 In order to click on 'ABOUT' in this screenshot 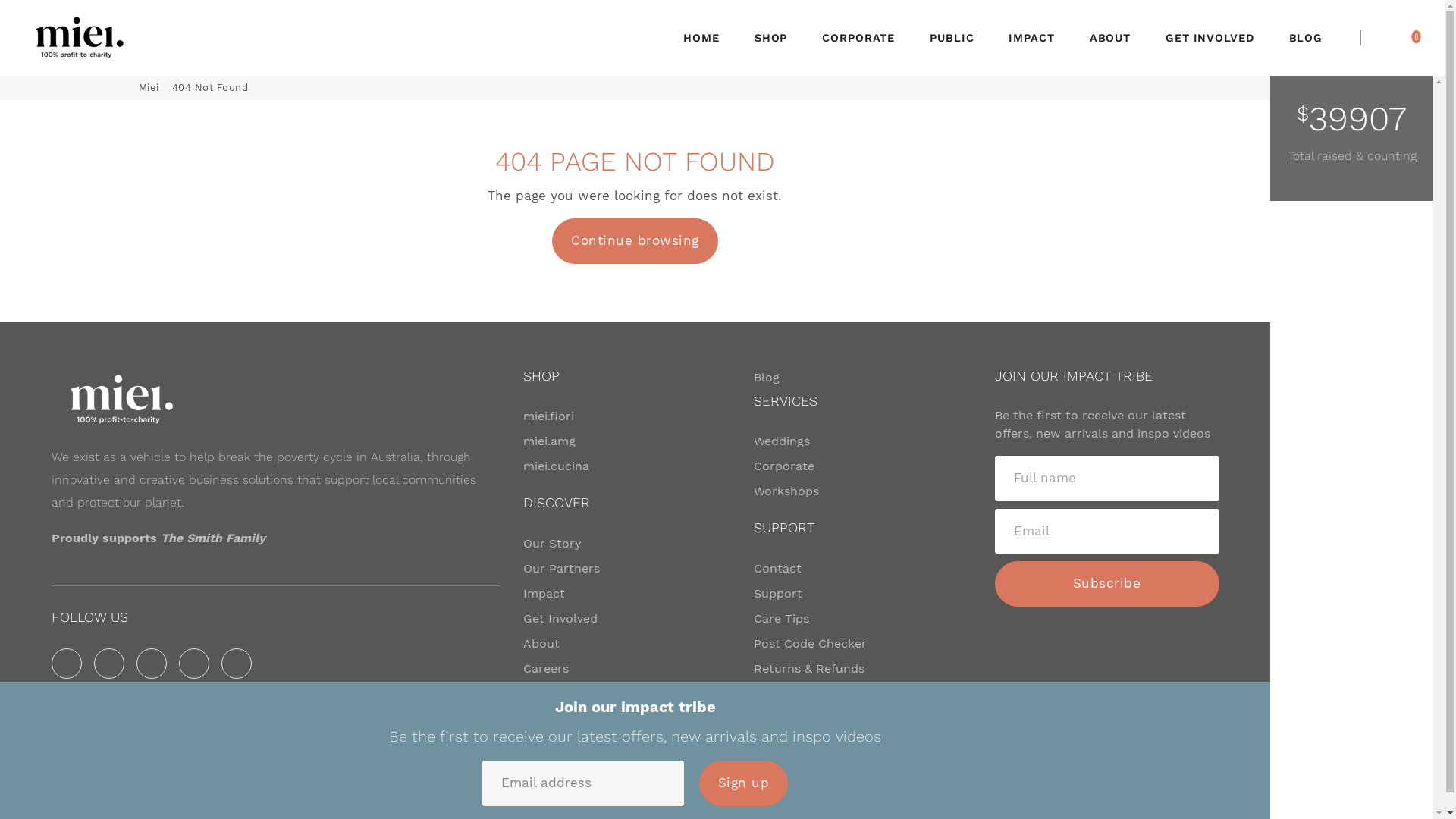, I will do `click(1110, 37)`.